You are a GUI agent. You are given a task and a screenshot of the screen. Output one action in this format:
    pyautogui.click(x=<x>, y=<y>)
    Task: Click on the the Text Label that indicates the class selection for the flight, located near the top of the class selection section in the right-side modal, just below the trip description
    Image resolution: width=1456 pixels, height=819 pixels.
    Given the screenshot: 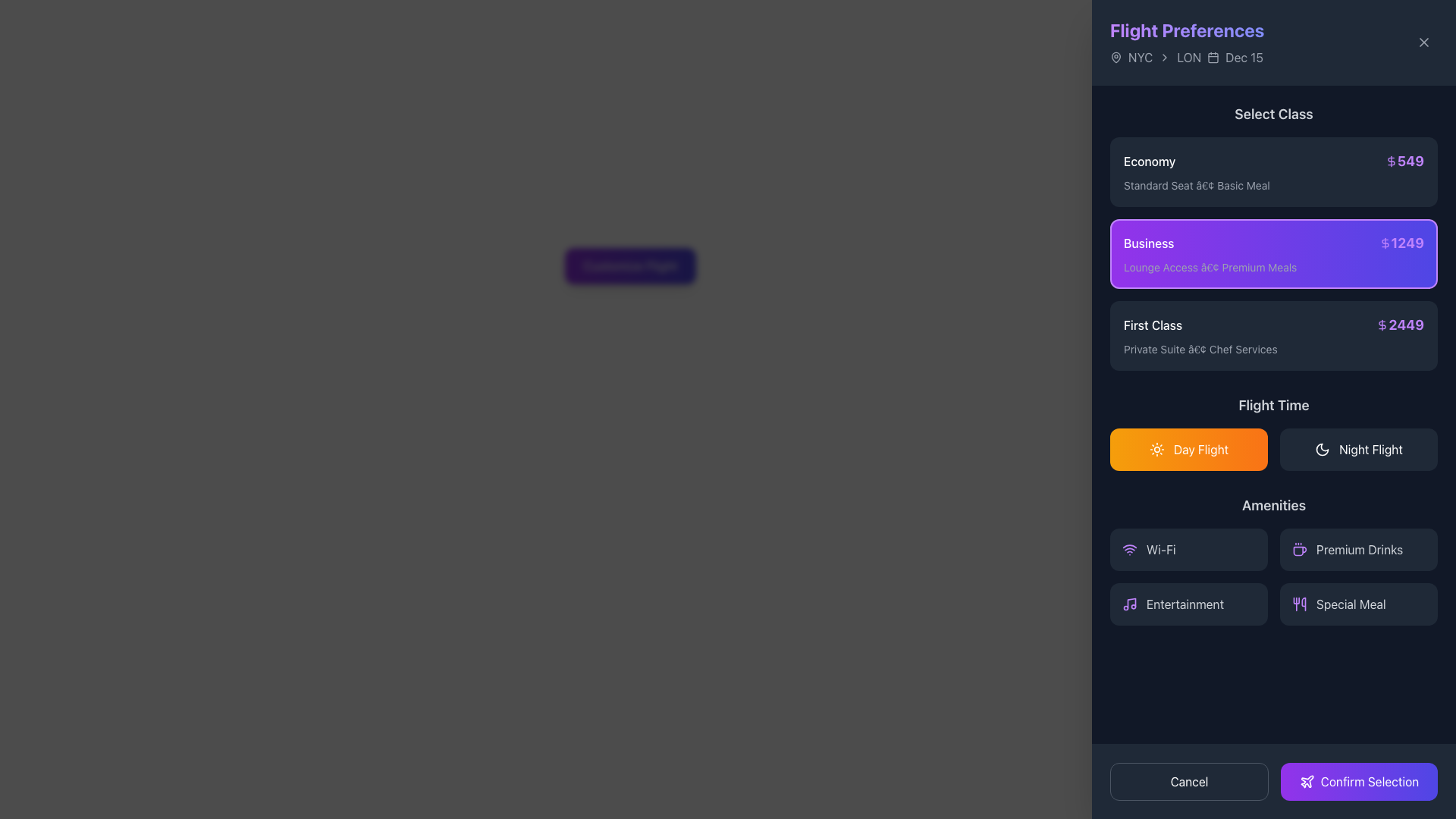 What is the action you would take?
    pyautogui.click(x=1274, y=113)
    